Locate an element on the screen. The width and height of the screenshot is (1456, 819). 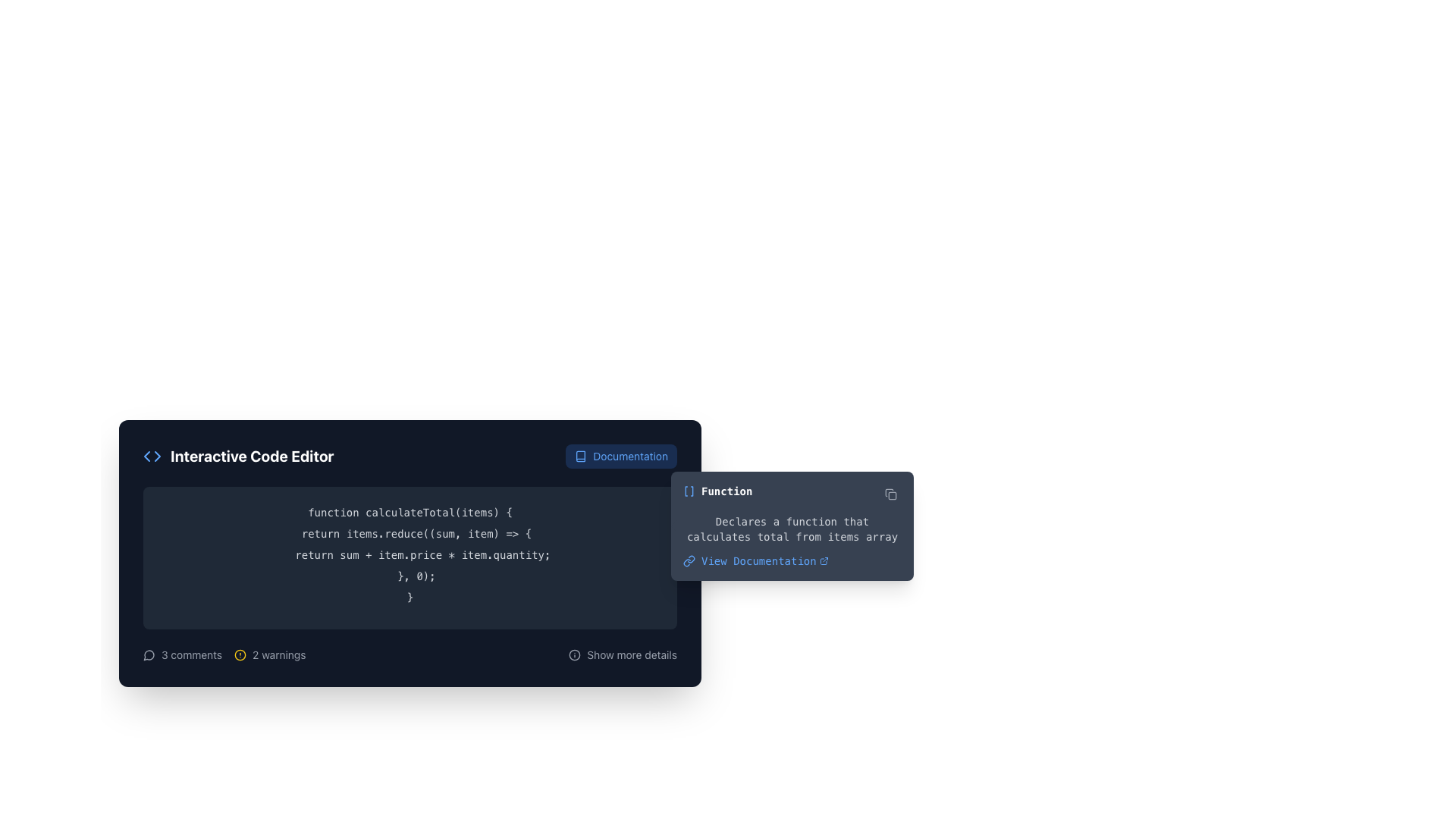
the hyperlink located at the bottom right of the tooltip that provides details about a function, which opens the browser context menu options related to links is located at coordinates (764, 561).